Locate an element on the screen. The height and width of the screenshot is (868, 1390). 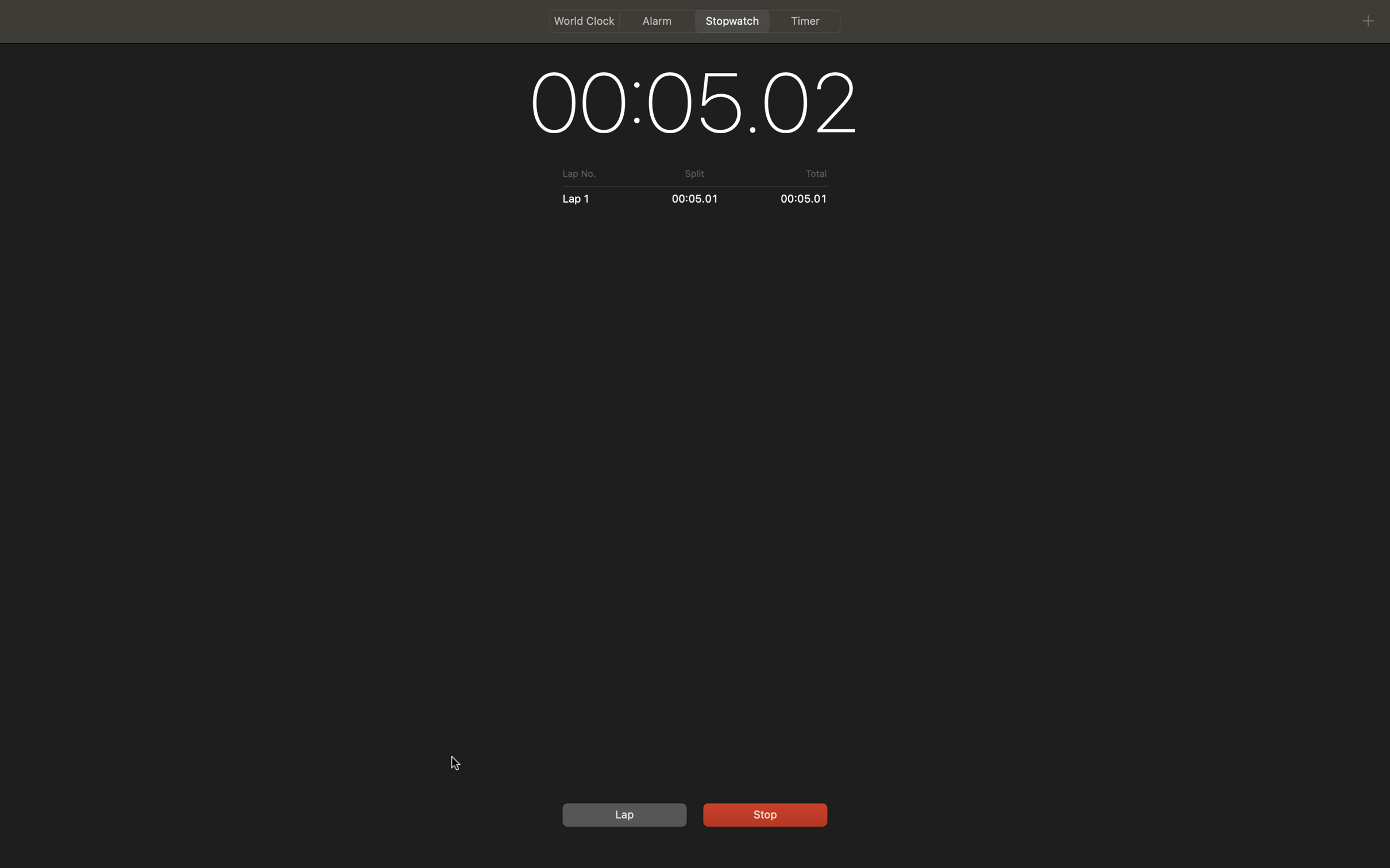
Record a lap and then stop the stopwatch is located at coordinates (622, 814).